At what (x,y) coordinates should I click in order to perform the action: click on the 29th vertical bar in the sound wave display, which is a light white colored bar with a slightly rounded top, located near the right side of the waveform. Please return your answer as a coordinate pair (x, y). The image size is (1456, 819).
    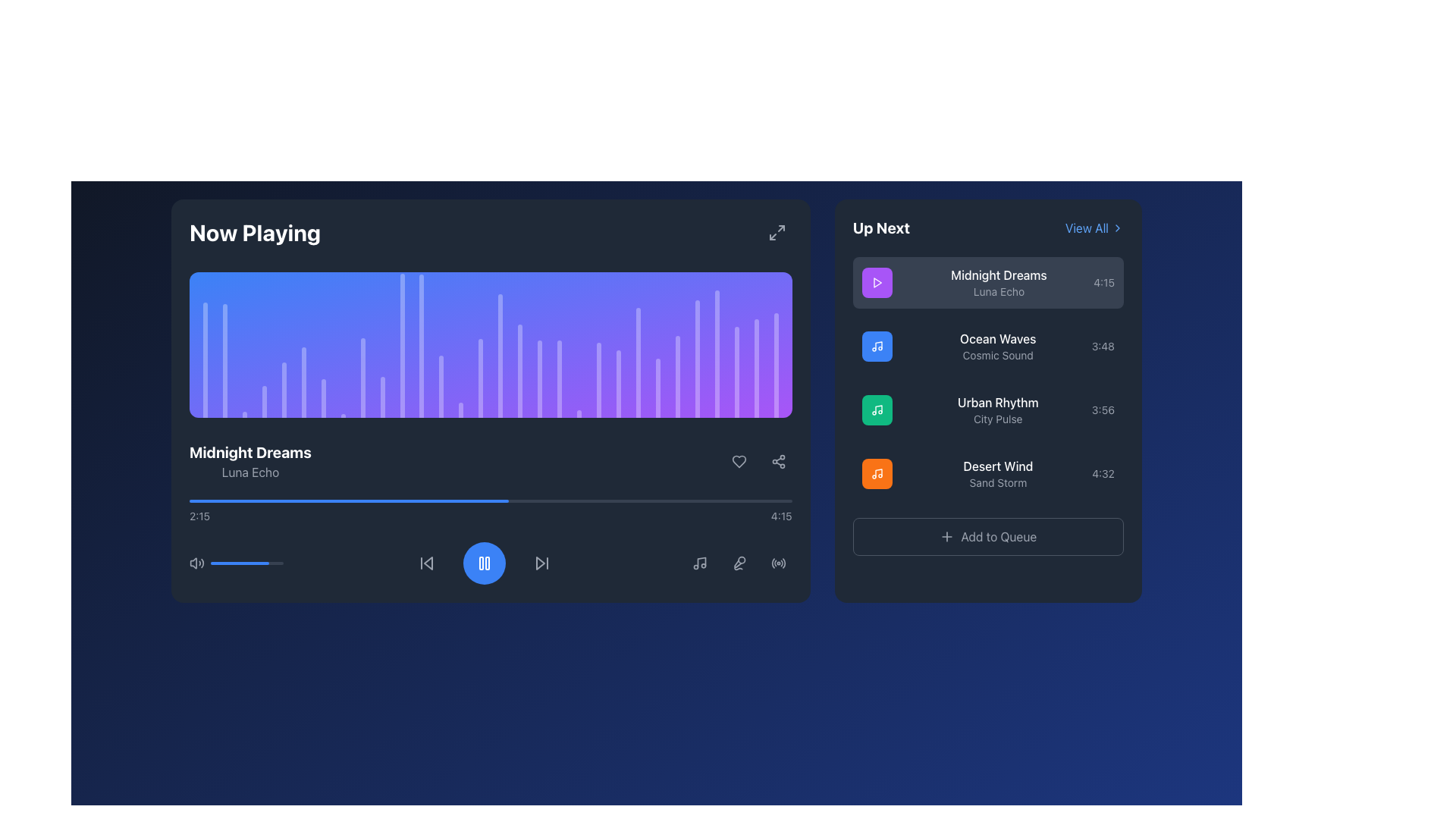
    Looking at the image, I should click on (756, 369).